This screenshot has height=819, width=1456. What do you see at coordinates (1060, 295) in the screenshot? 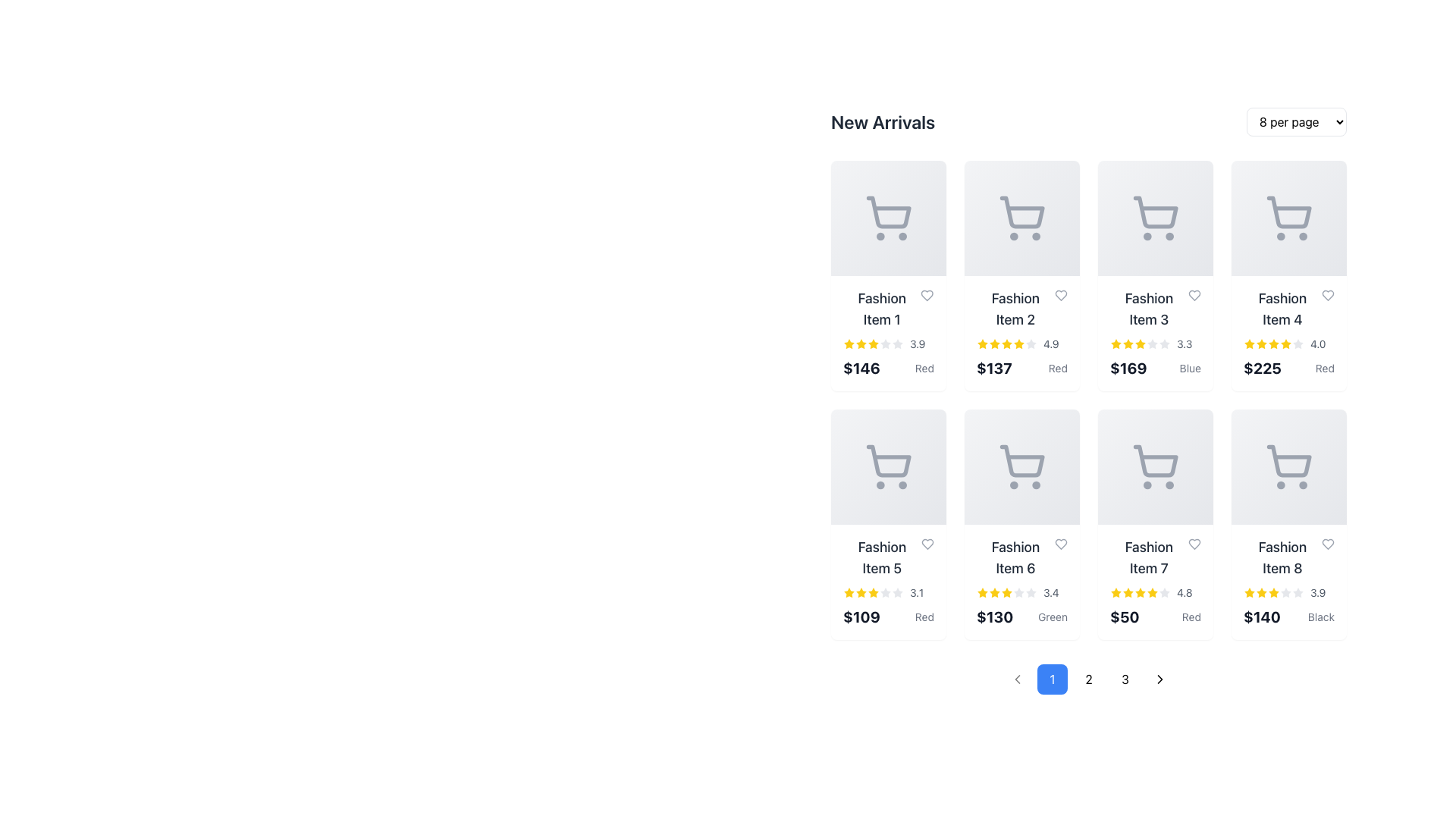
I see `the heart icon located at the top-right corner of the card representing 'Fashion Item 2' in the 'New Arrivals' section to favorite the item` at bounding box center [1060, 295].